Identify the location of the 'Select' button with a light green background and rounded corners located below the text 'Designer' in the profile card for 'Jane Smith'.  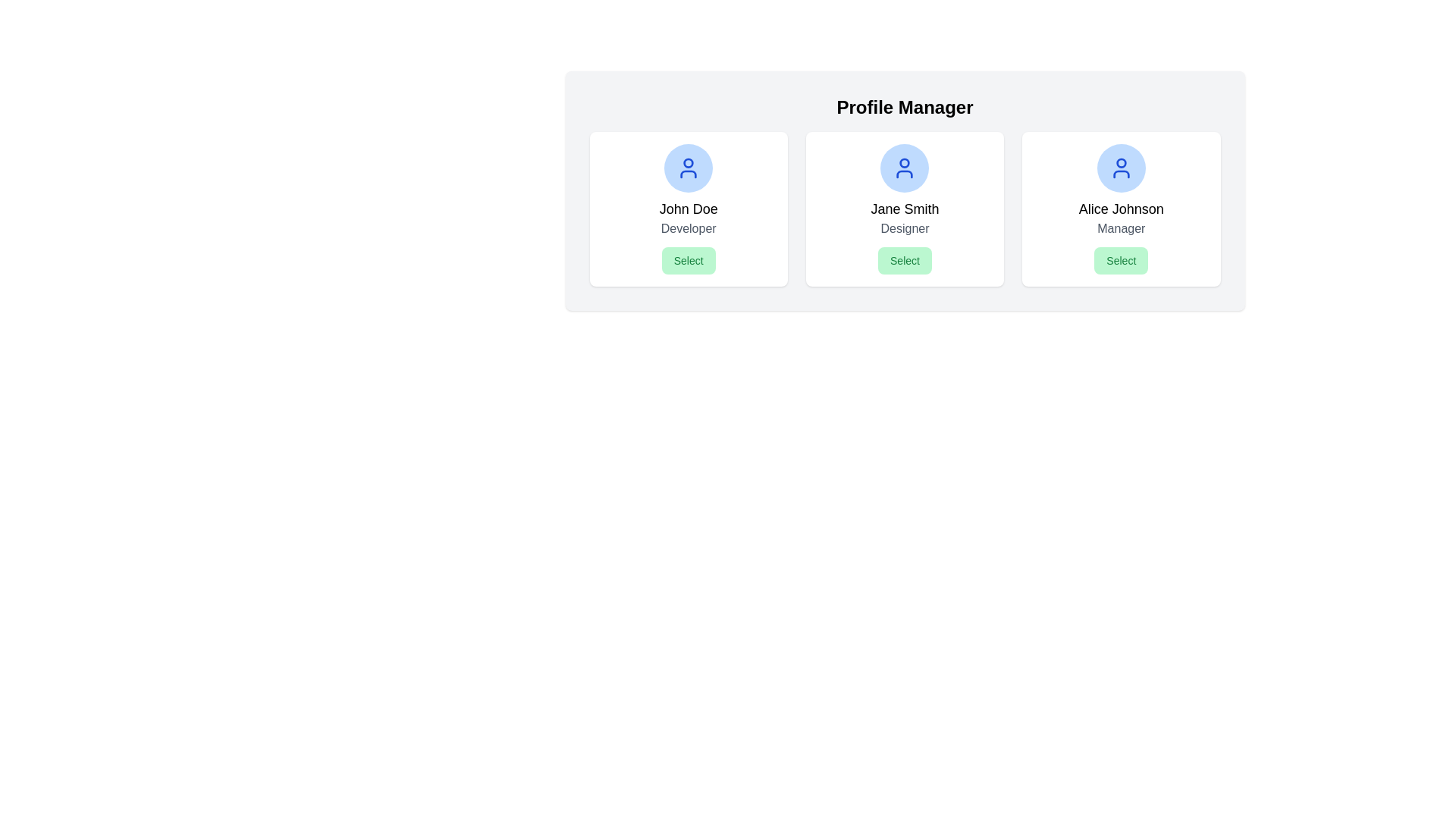
(905, 259).